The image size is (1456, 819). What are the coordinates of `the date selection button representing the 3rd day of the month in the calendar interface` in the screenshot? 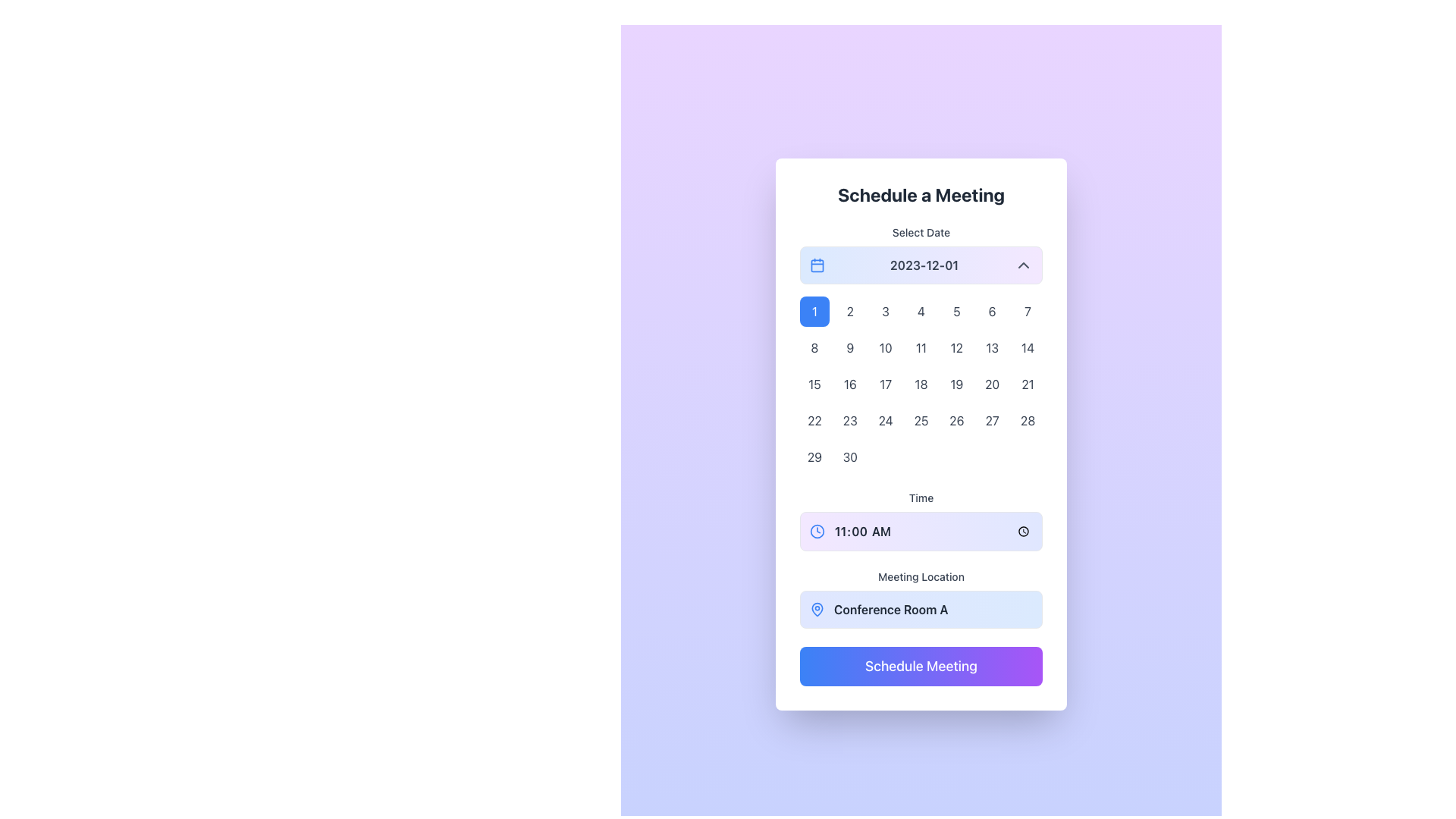 It's located at (885, 311).